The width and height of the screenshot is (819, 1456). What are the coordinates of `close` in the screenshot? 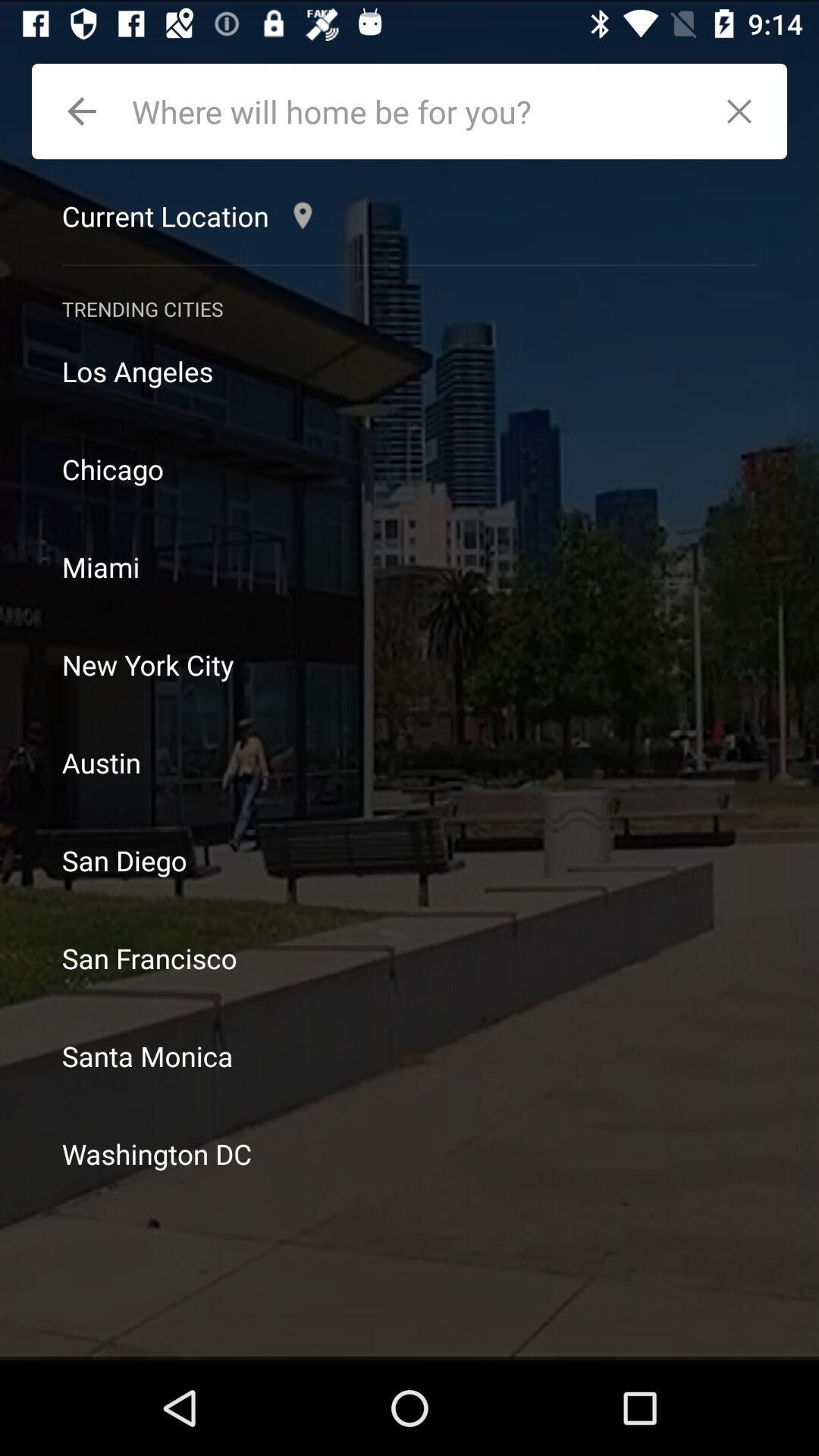 It's located at (746, 111).